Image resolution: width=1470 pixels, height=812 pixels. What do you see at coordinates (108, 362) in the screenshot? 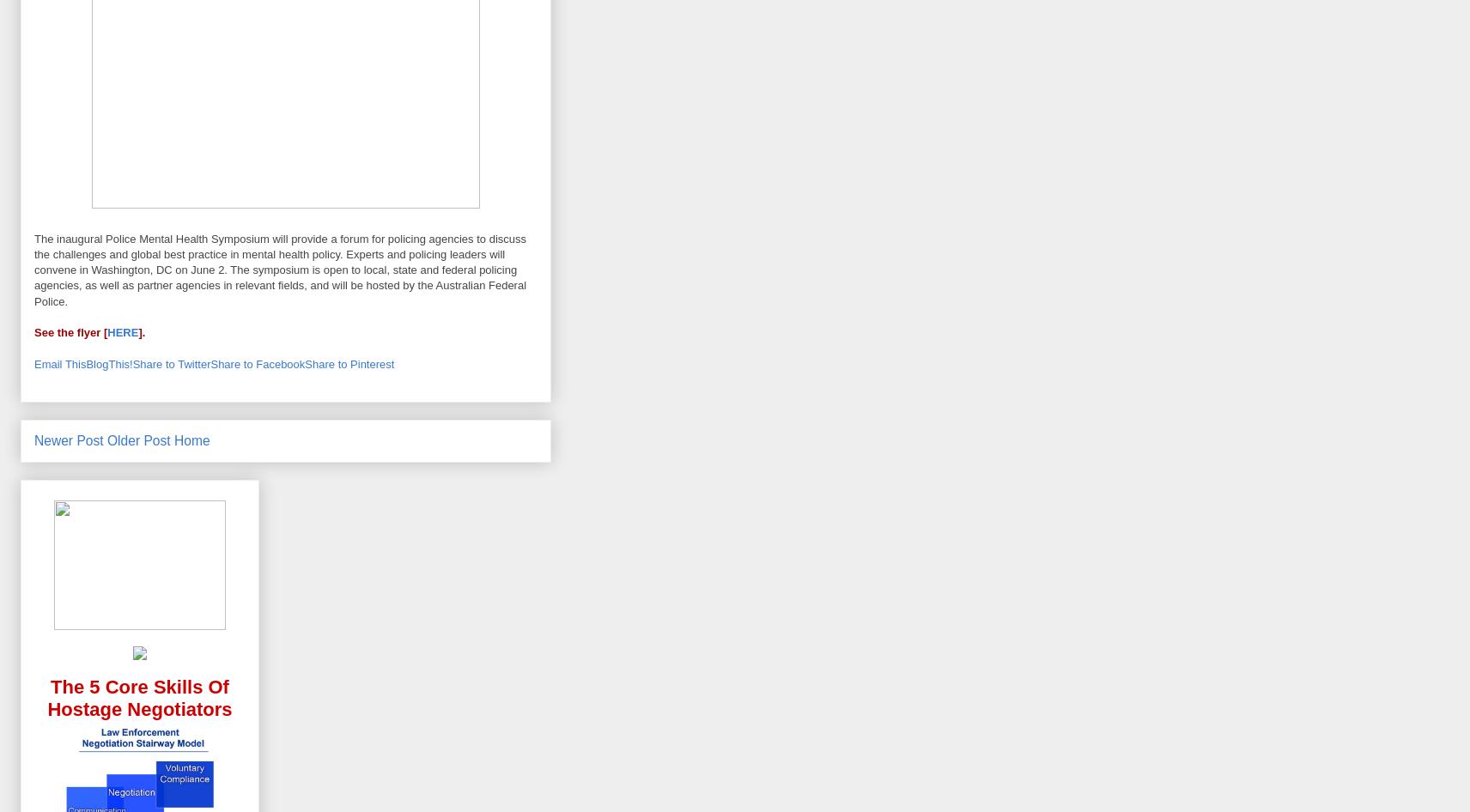
I see `'BlogThis!'` at bounding box center [108, 362].